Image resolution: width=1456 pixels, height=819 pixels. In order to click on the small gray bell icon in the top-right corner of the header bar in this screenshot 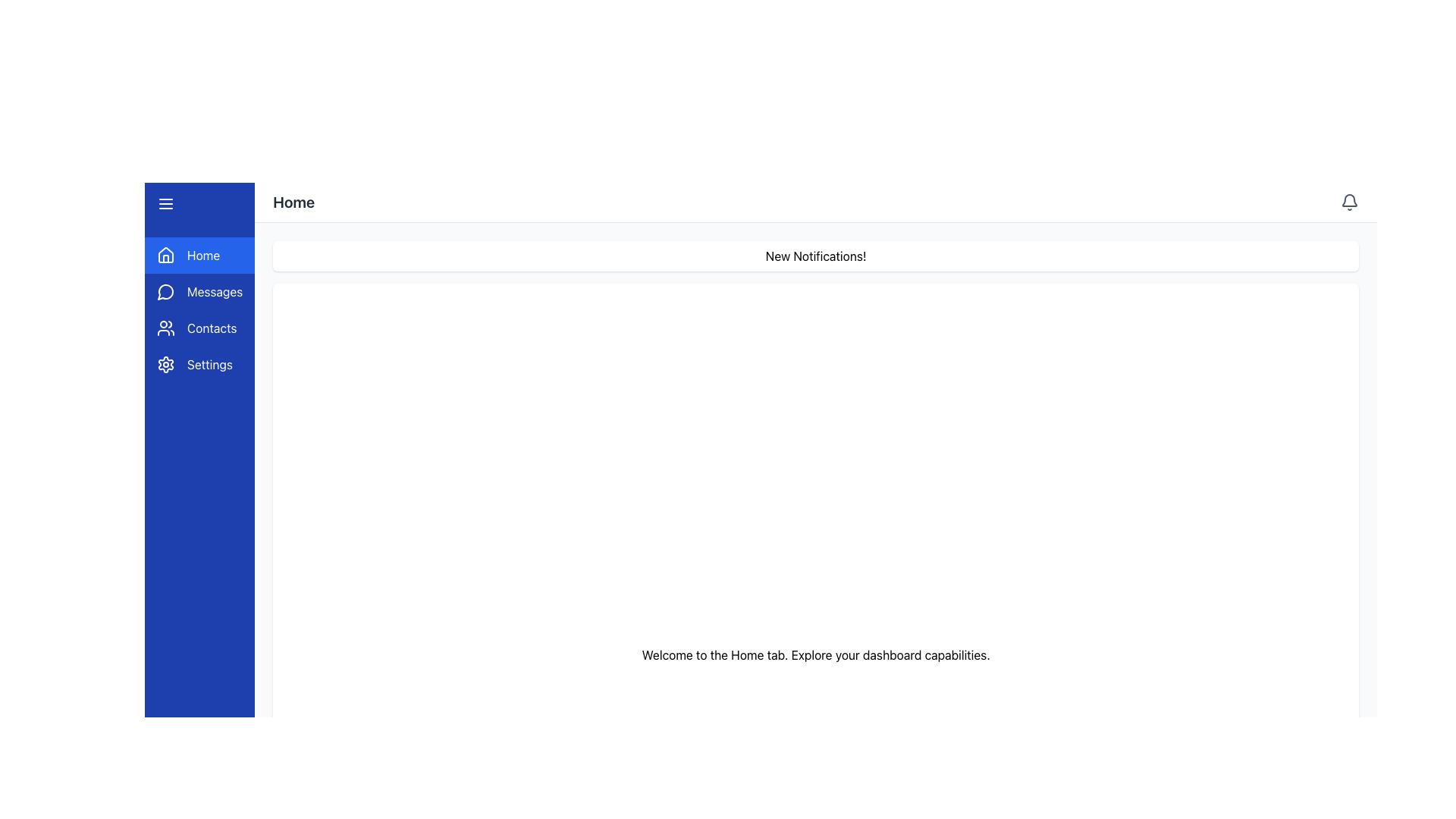, I will do `click(1350, 201)`.